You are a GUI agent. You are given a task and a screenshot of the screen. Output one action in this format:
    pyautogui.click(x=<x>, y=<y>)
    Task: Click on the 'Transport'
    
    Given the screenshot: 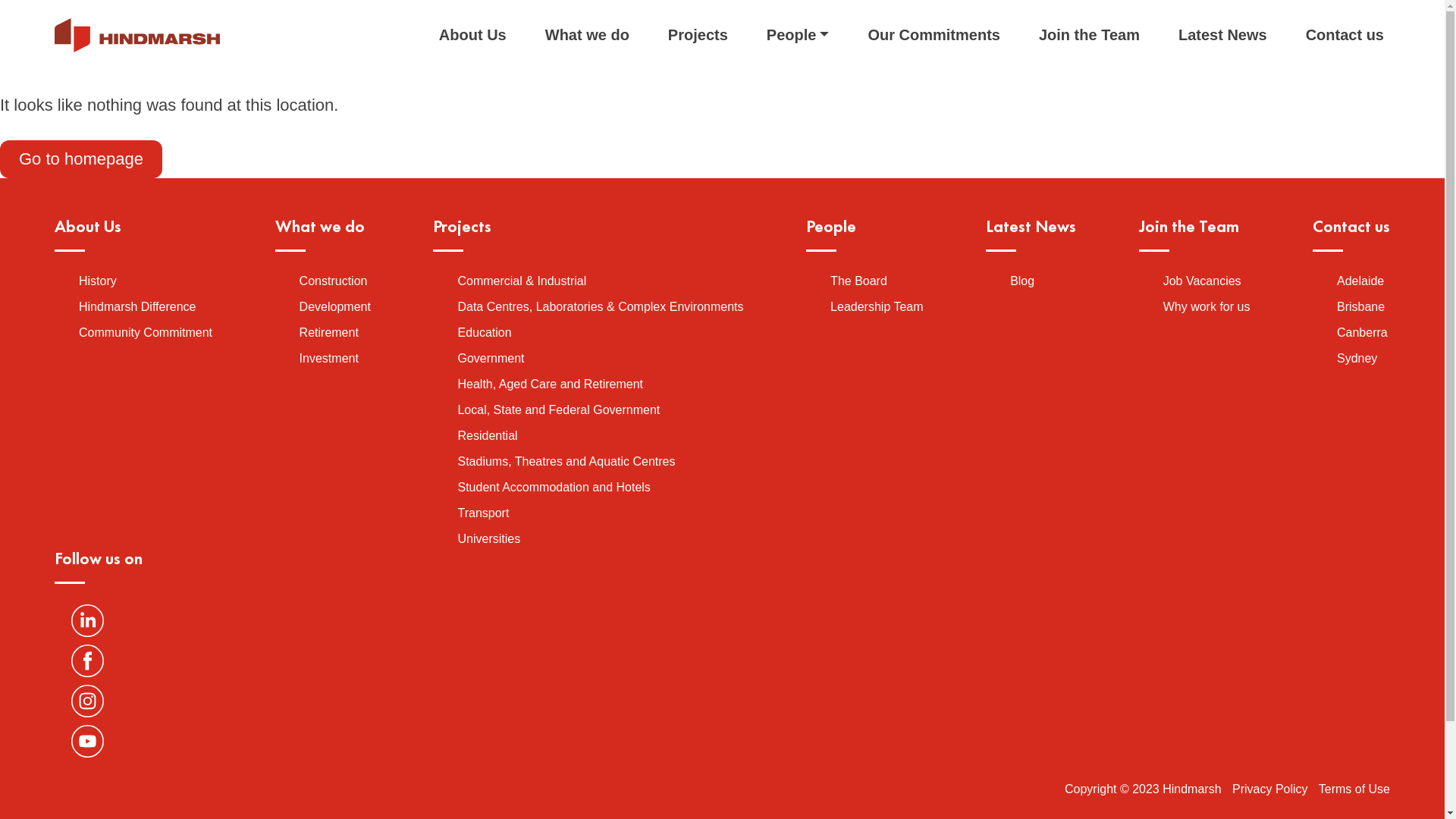 What is the action you would take?
    pyautogui.click(x=482, y=512)
    